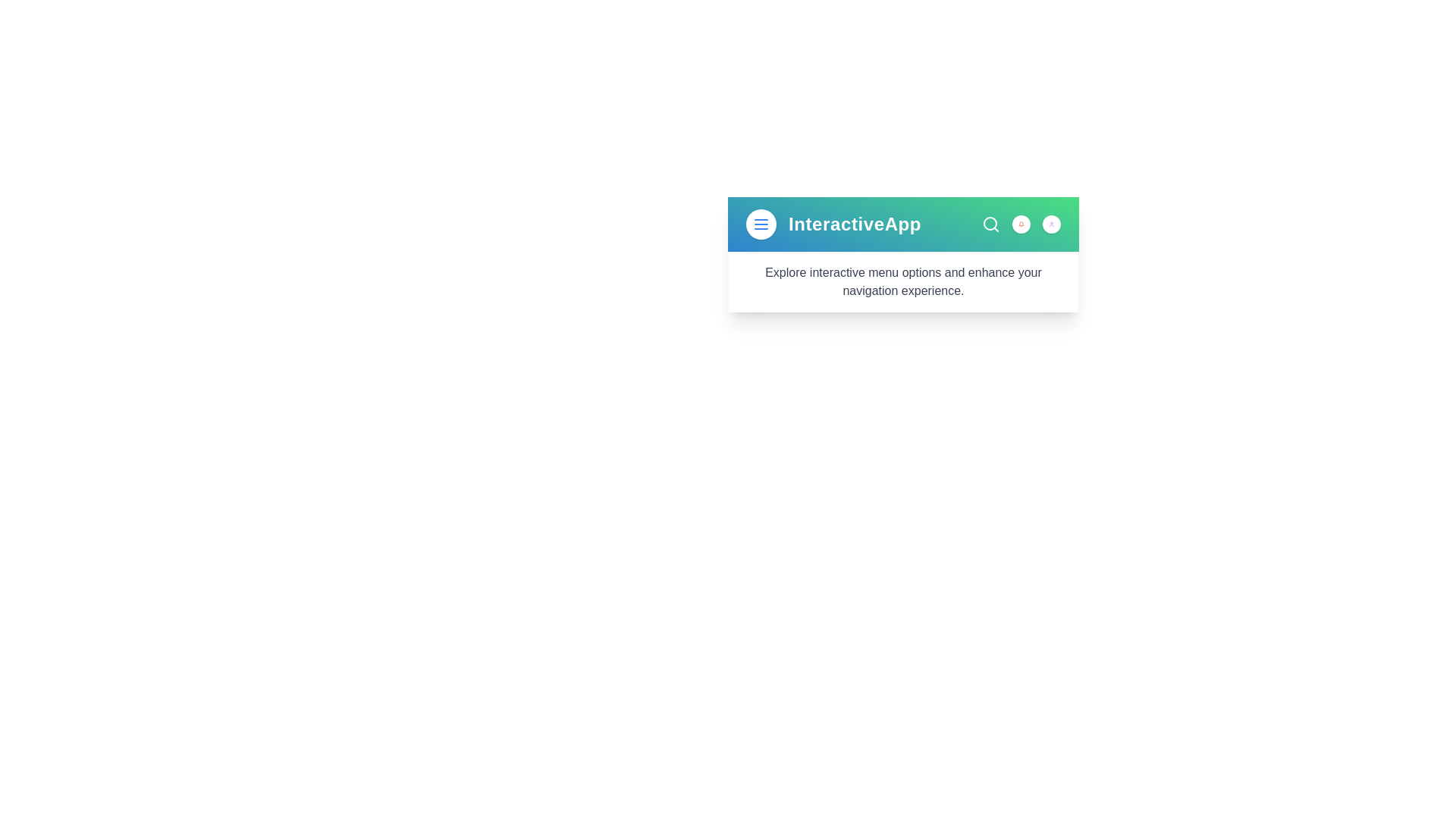 This screenshot has width=1456, height=819. I want to click on menu button to toggle the menu visibility, so click(761, 224).